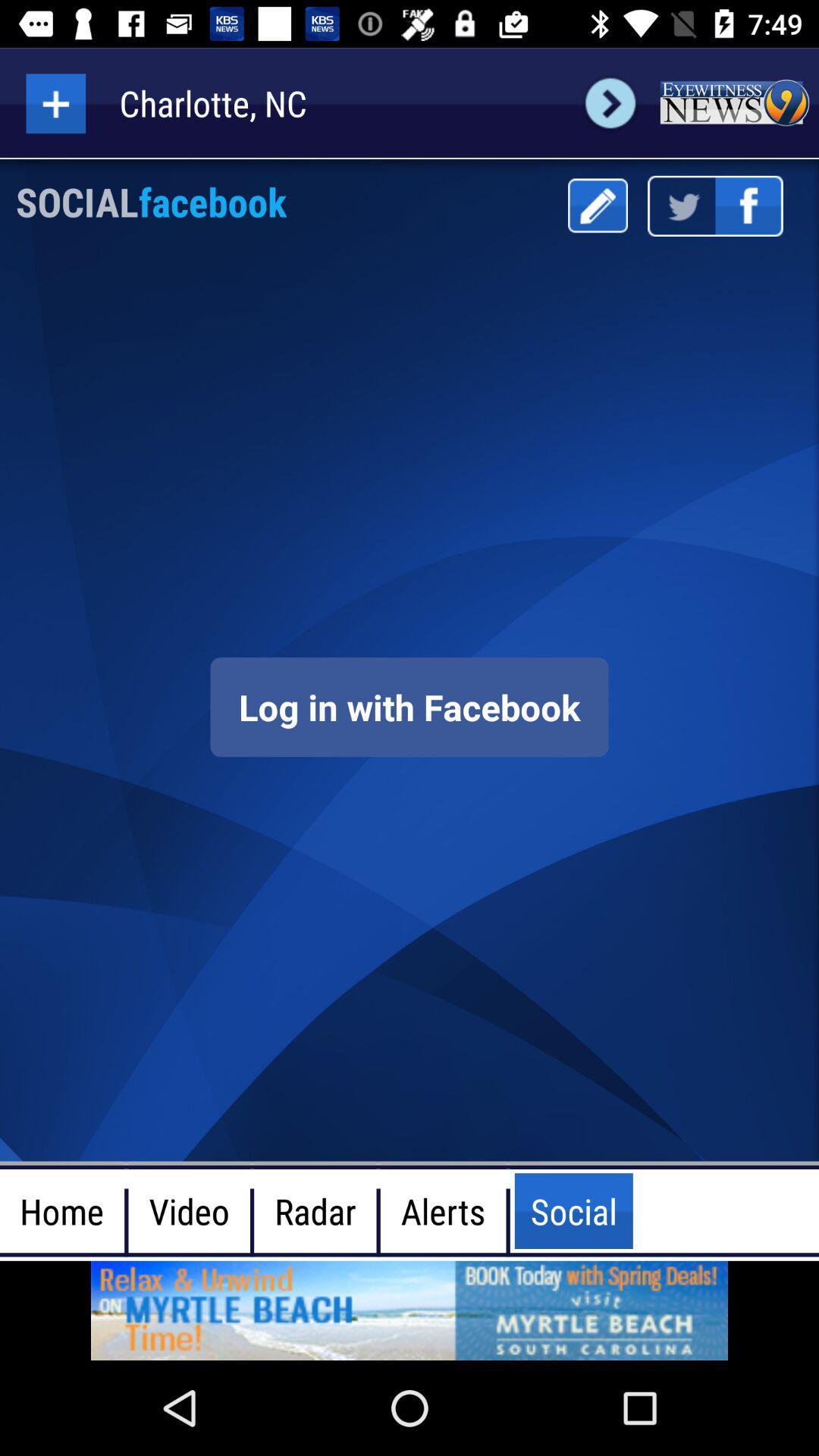  What do you see at coordinates (733, 102) in the screenshot?
I see `app home page` at bounding box center [733, 102].